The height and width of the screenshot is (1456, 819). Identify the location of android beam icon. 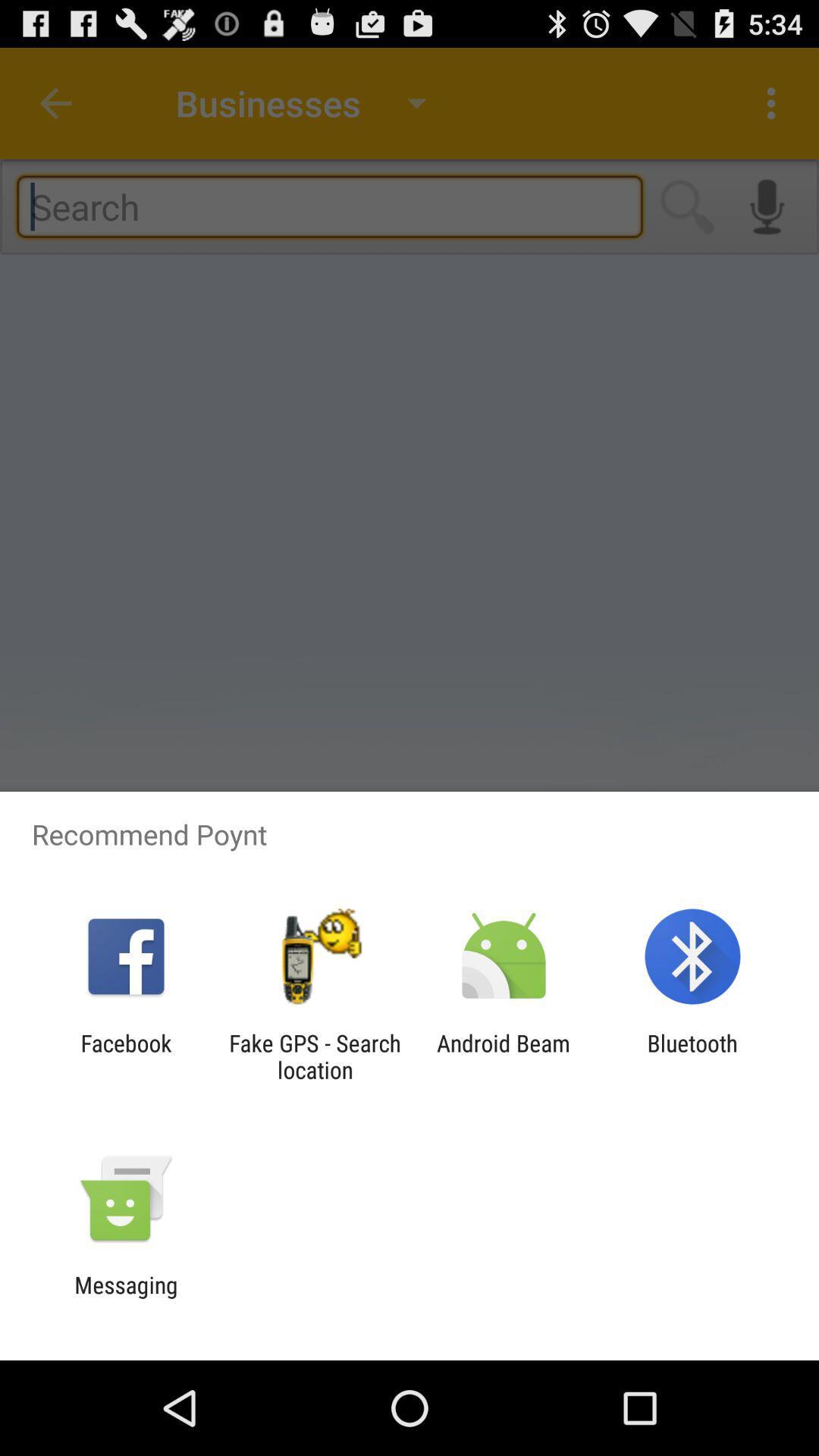
(504, 1056).